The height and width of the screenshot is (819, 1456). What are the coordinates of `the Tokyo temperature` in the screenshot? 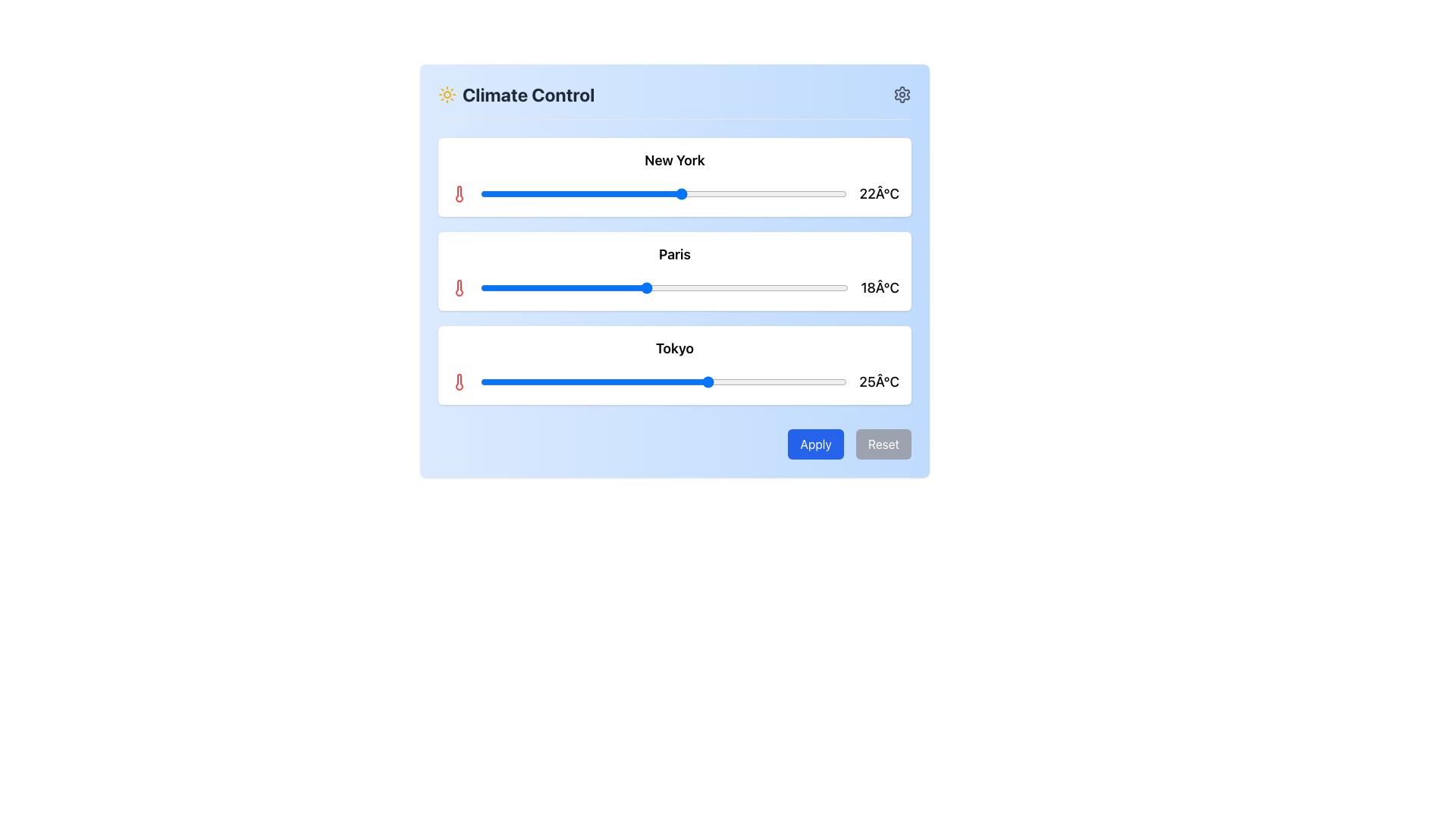 It's located at (755, 381).